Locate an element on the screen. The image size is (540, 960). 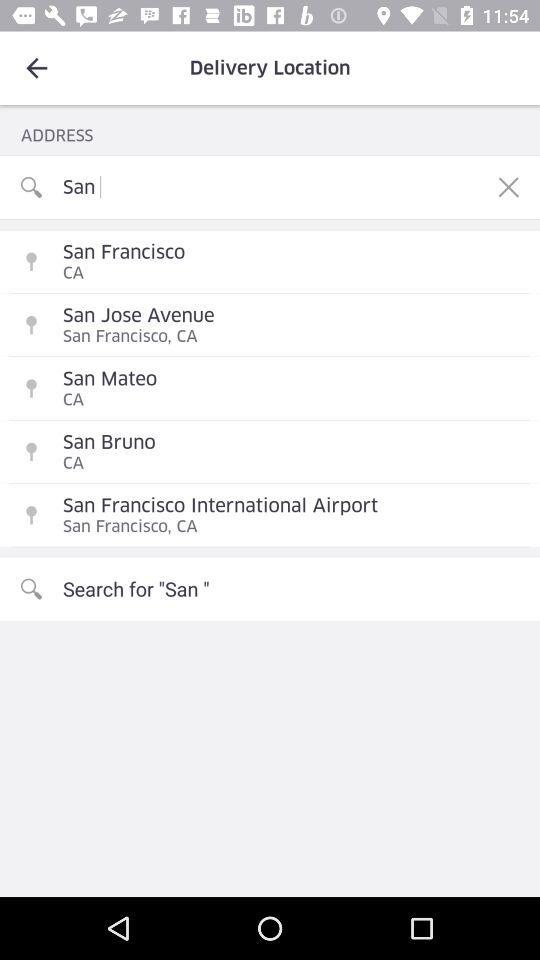
icon to the left of the delivery location item is located at coordinates (36, 68).